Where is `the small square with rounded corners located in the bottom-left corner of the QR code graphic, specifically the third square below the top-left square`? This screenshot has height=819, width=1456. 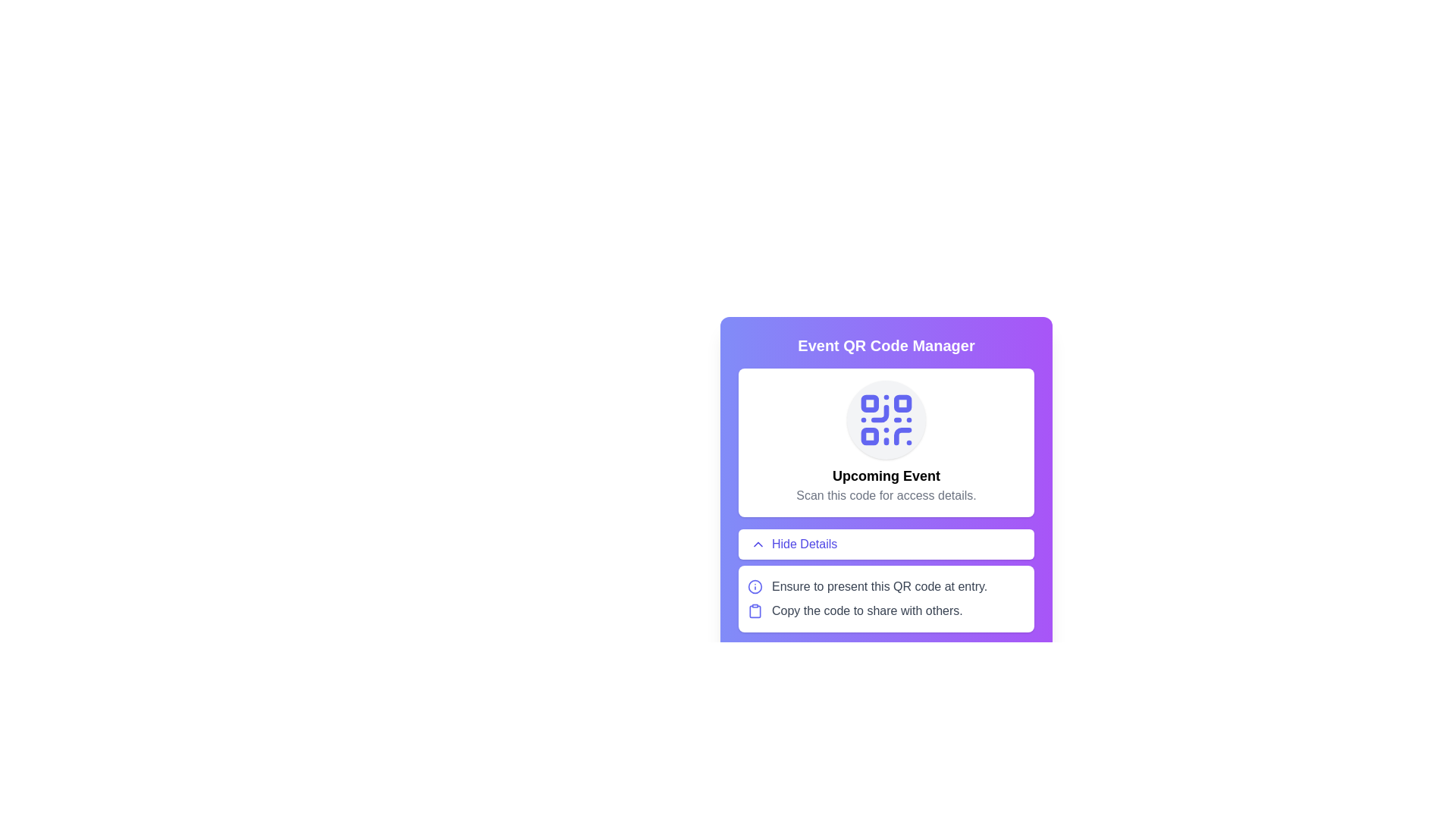
the small square with rounded corners located in the bottom-left corner of the QR code graphic, specifically the third square below the top-left square is located at coordinates (870, 436).